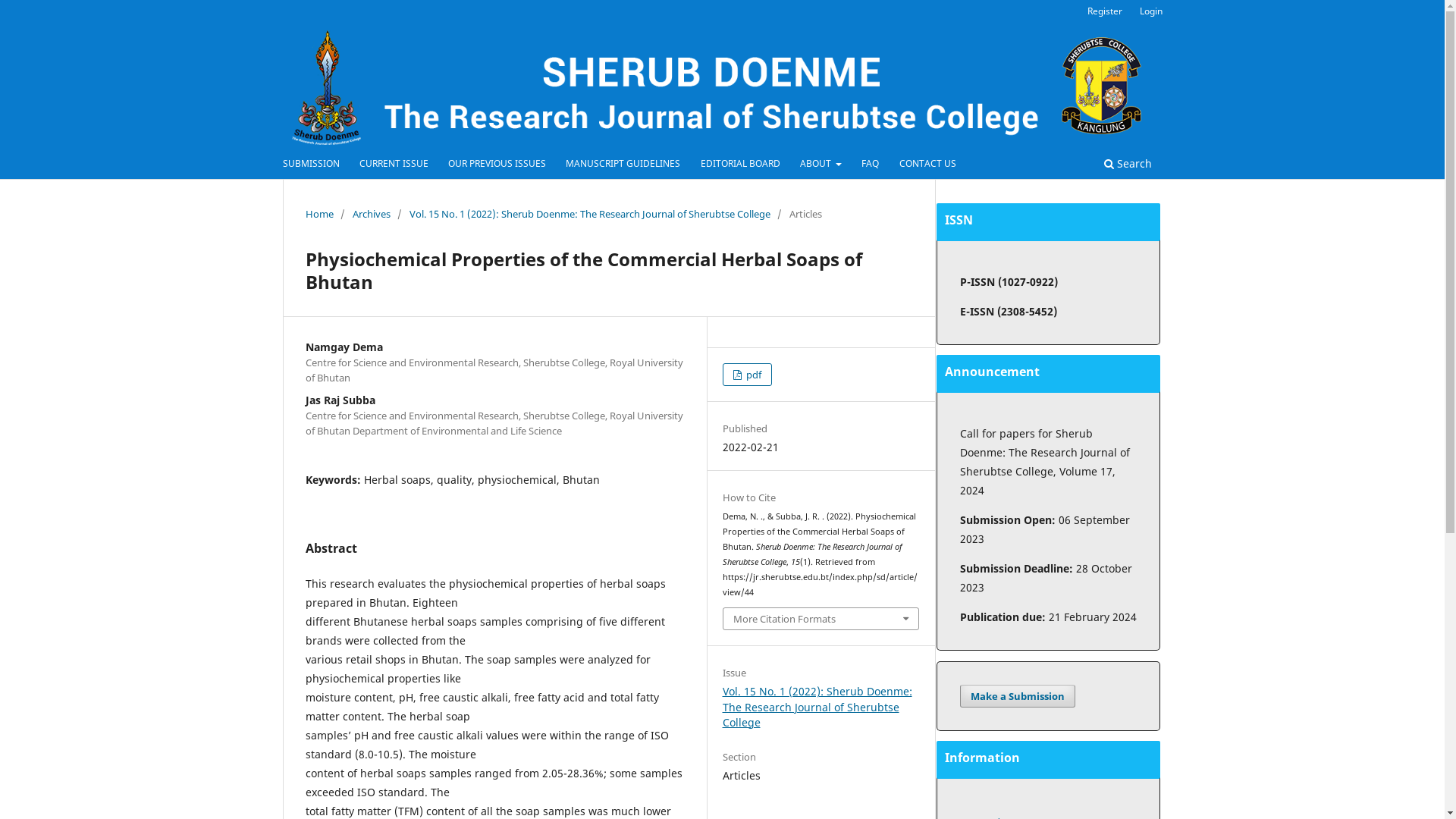 The width and height of the screenshot is (1456, 819). Describe the element at coordinates (927, 165) in the screenshot. I see `'CONTACT US'` at that location.